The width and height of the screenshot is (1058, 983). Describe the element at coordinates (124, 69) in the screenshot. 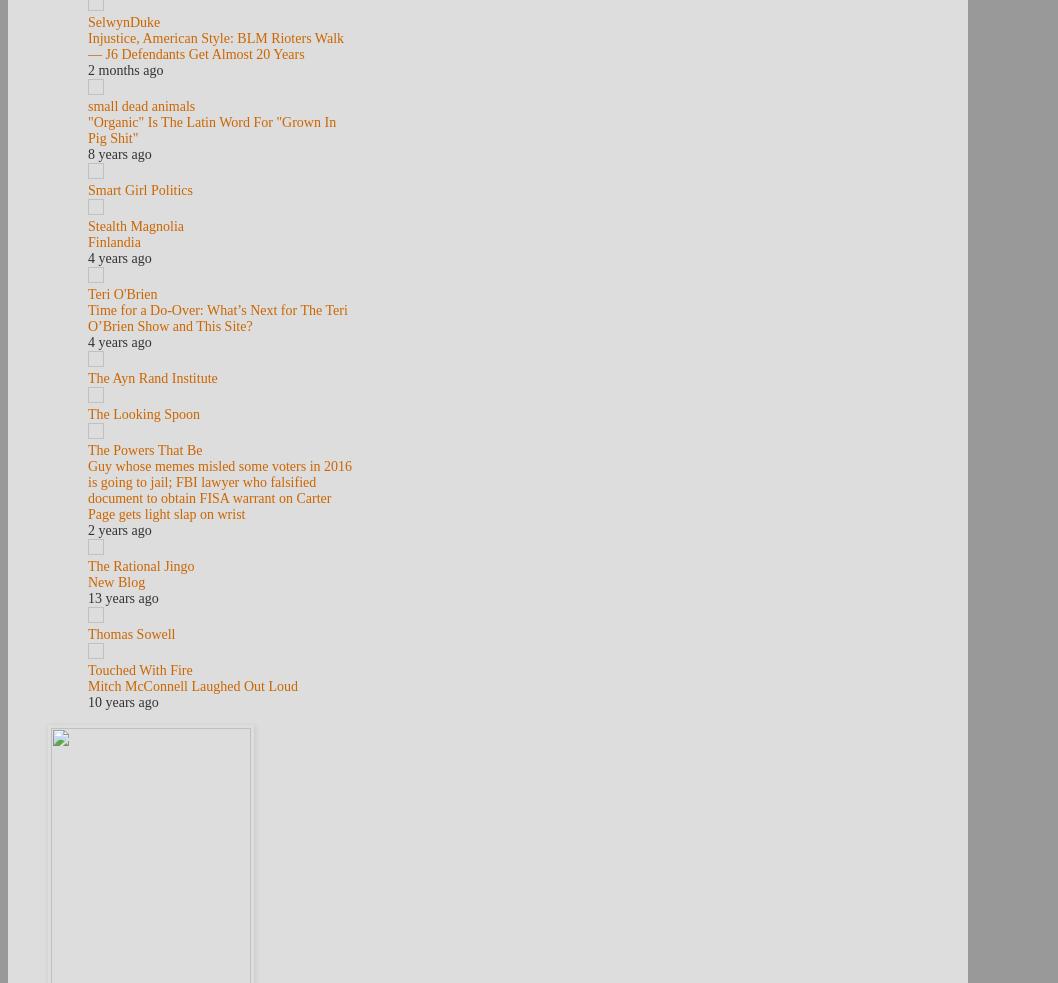

I see `'2 months ago'` at that location.